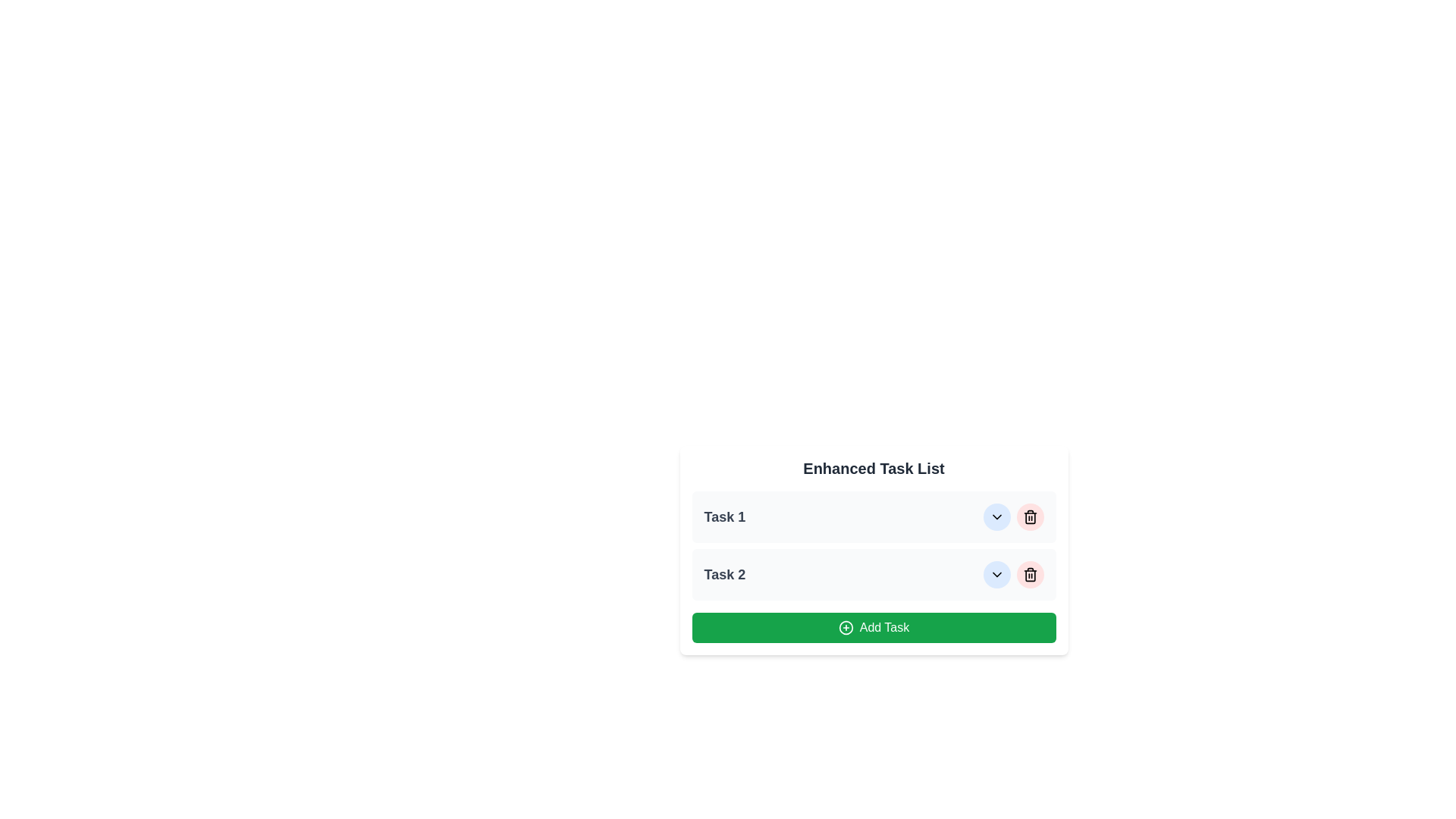 This screenshot has width=1456, height=819. What do you see at coordinates (845, 628) in the screenshot?
I see `the circular decorative shape located at the center of the 'Add Task' button, which is defined by a thin line and has no interior color` at bounding box center [845, 628].